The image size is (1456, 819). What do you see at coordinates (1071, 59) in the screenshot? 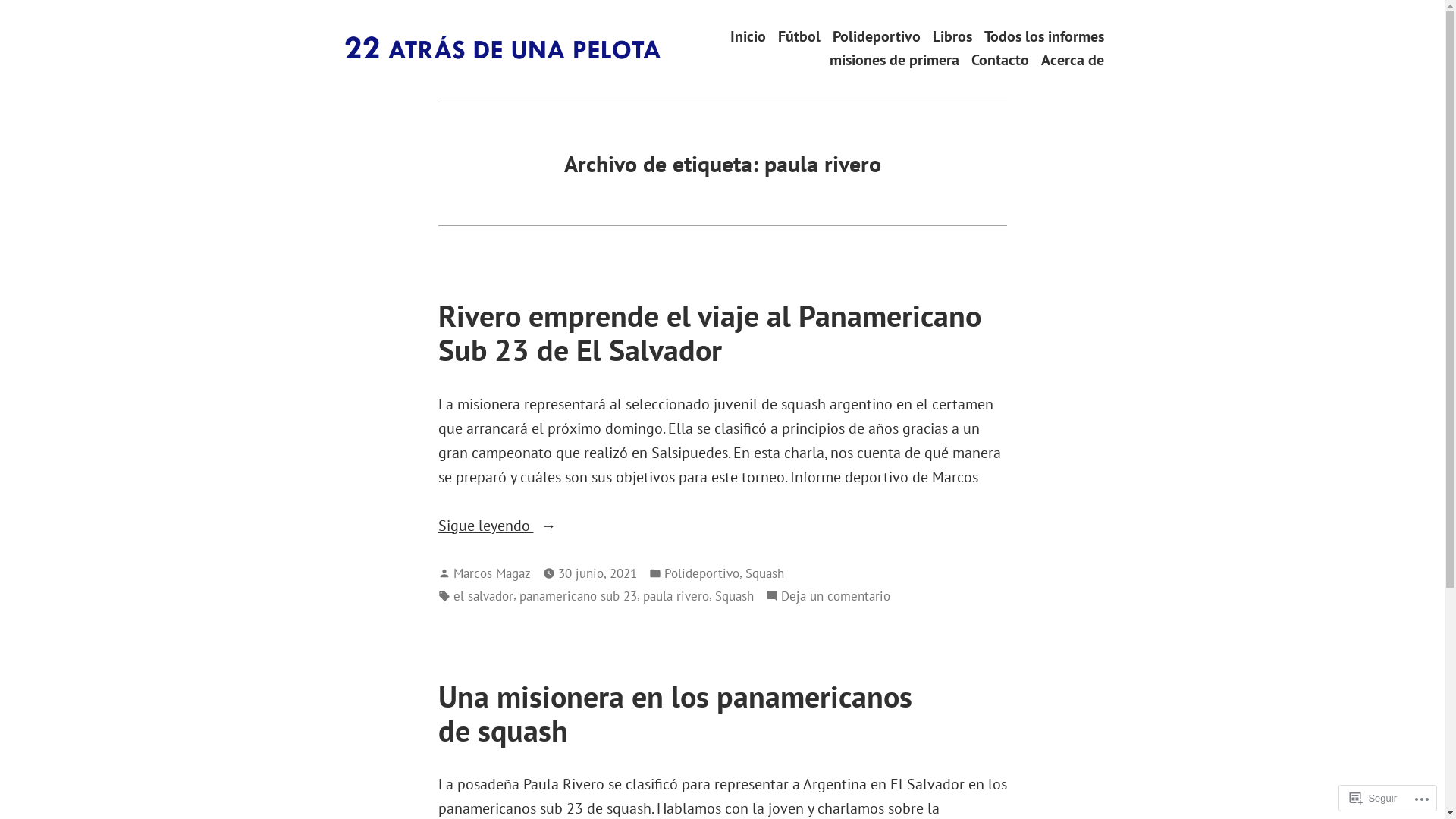
I see `'Acerca de'` at bounding box center [1071, 59].